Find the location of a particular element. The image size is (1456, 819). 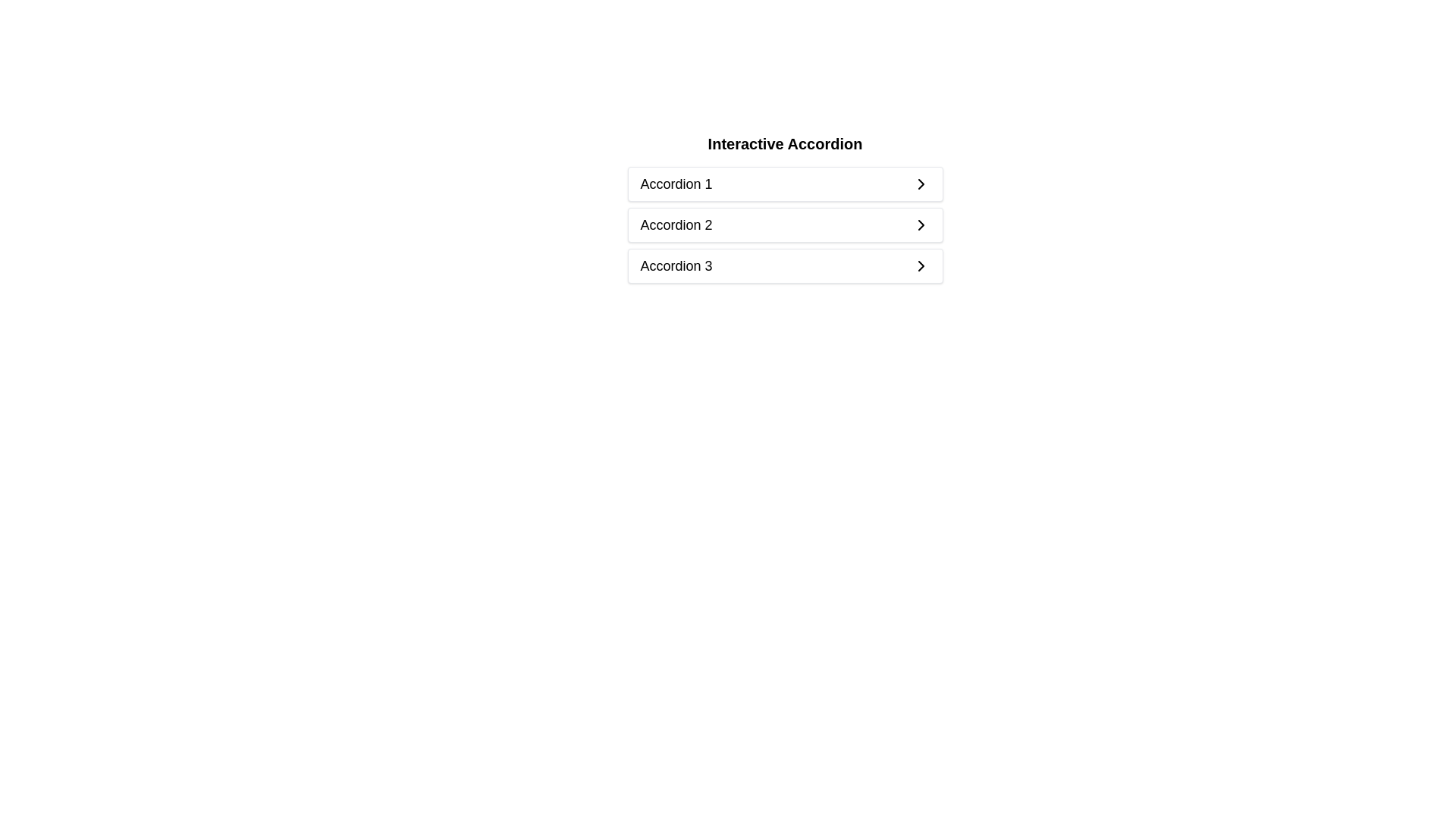

the SVG Icon (Right Arrow) located to the right of the text label 'Accordion 2' is located at coordinates (920, 225).